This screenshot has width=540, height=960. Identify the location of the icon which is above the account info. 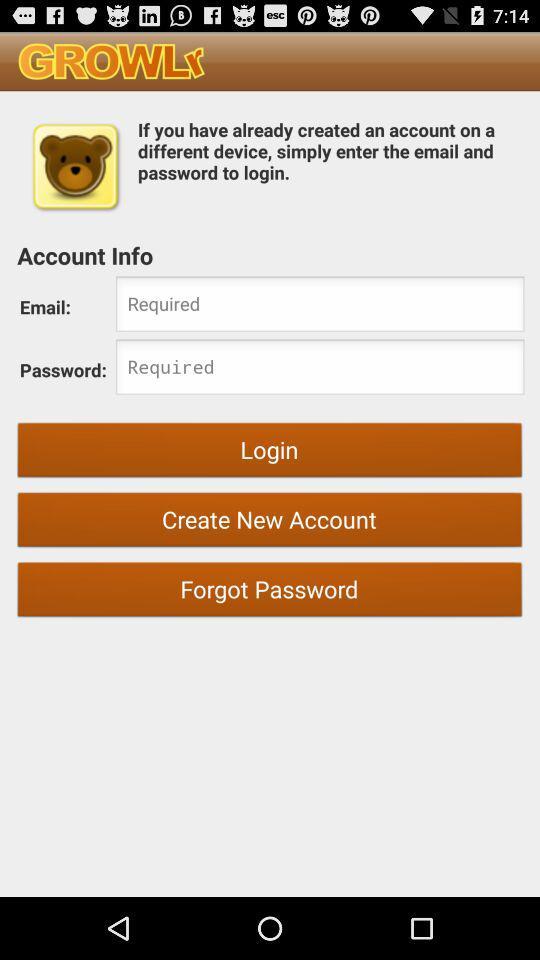
(74, 165).